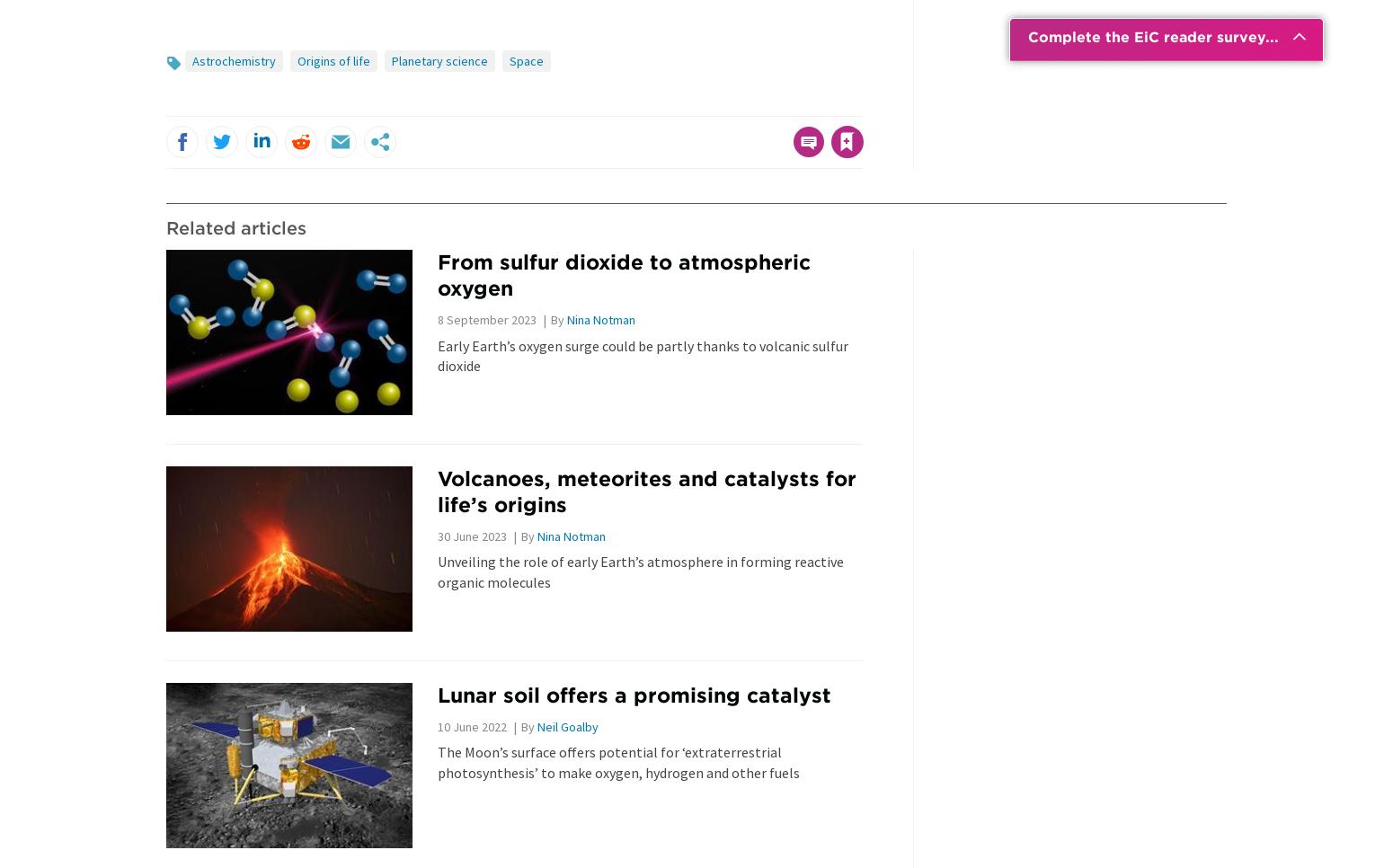  What do you see at coordinates (435, 491) in the screenshot?
I see `'Volcanoes, meteorites and catalysts for life’s origins'` at bounding box center [435, 491].